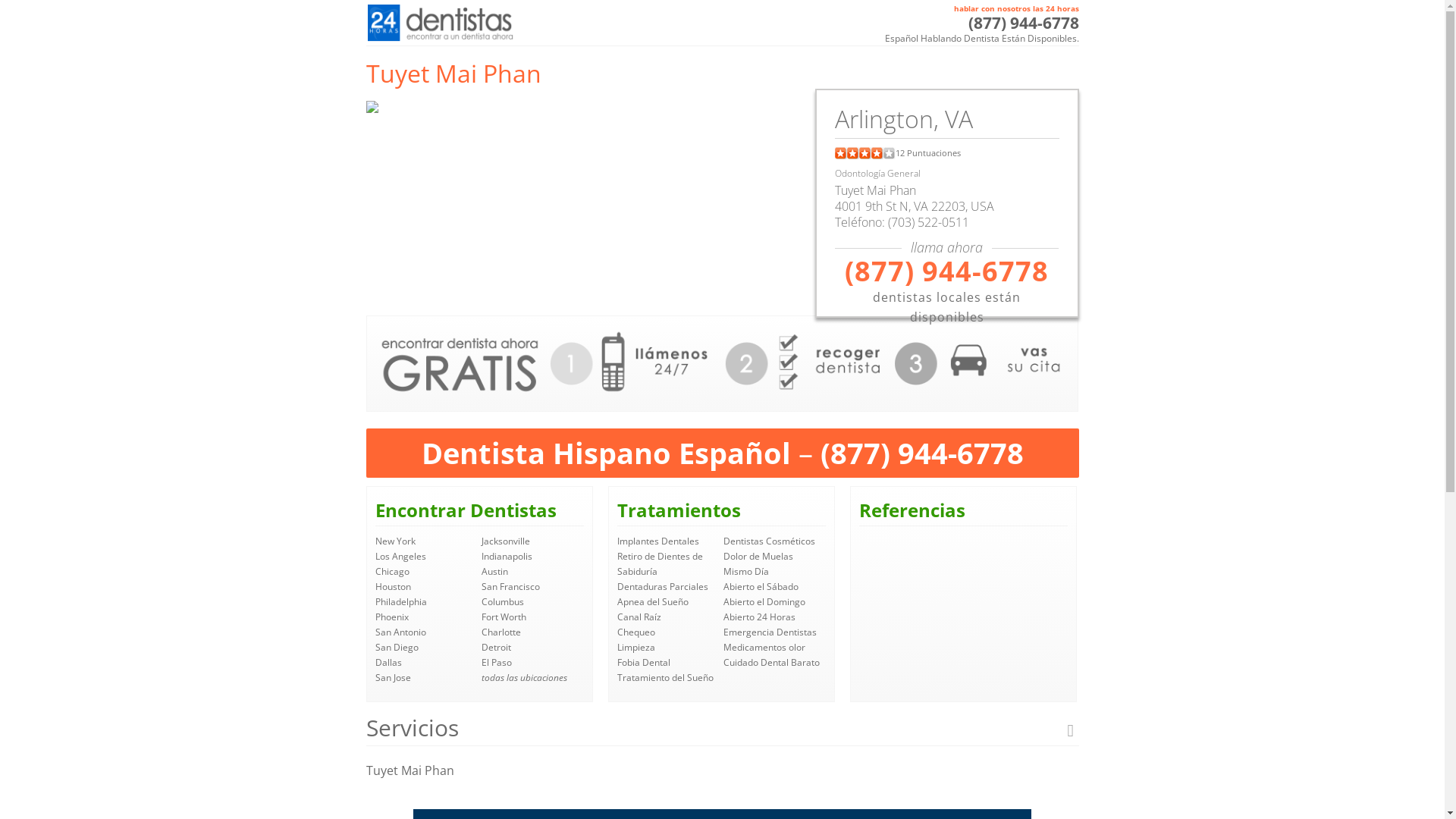 This screenshot has width=1456, height=819. Describe the element at coordinates (770, 632) in the screenshot. I see `'Emergencia Dentistas'` at that location.